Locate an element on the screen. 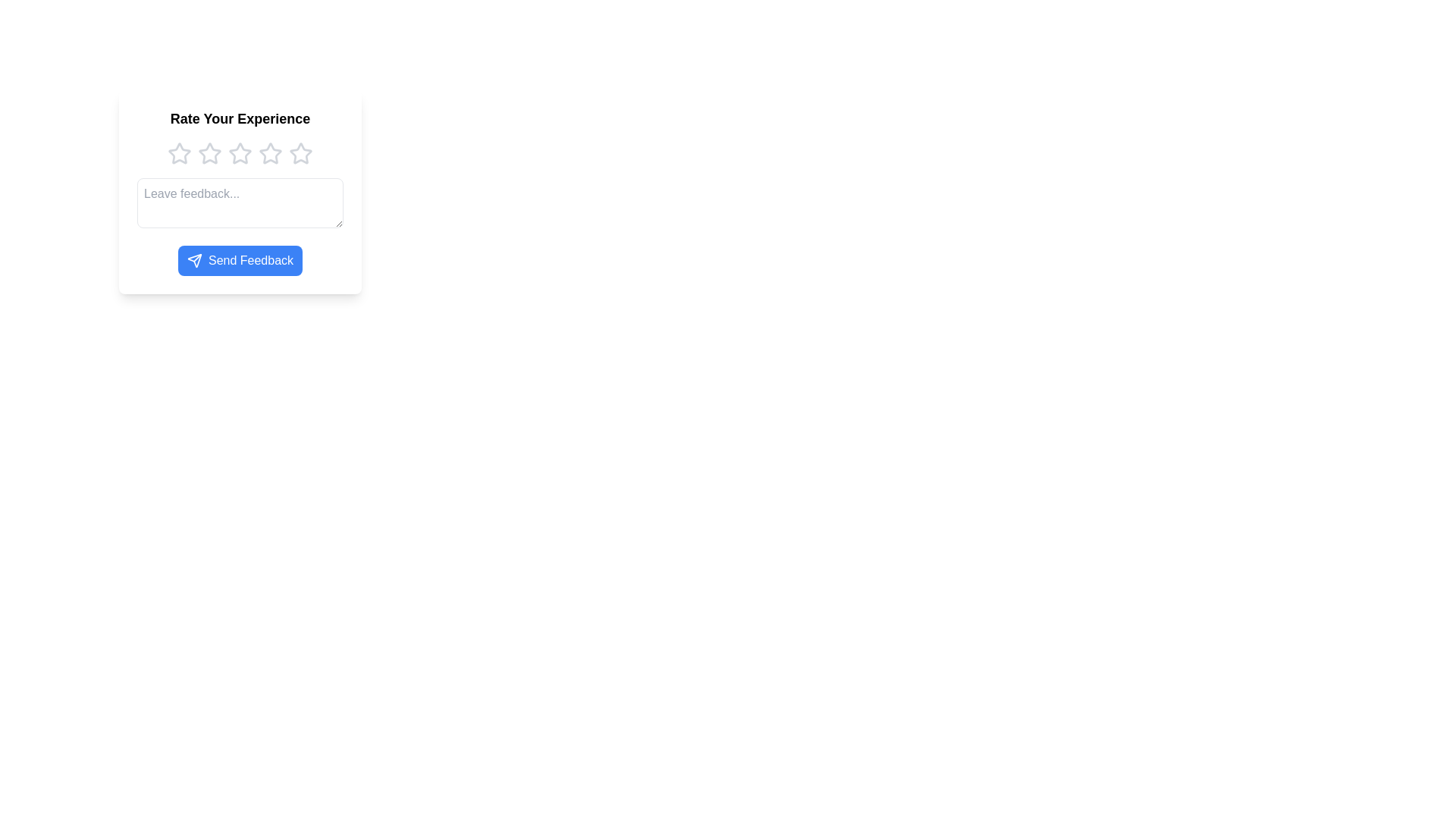  on the first clickable star icon, which is located beneath the 'Rate Your Experience' header is located at coordinates (179, 153).